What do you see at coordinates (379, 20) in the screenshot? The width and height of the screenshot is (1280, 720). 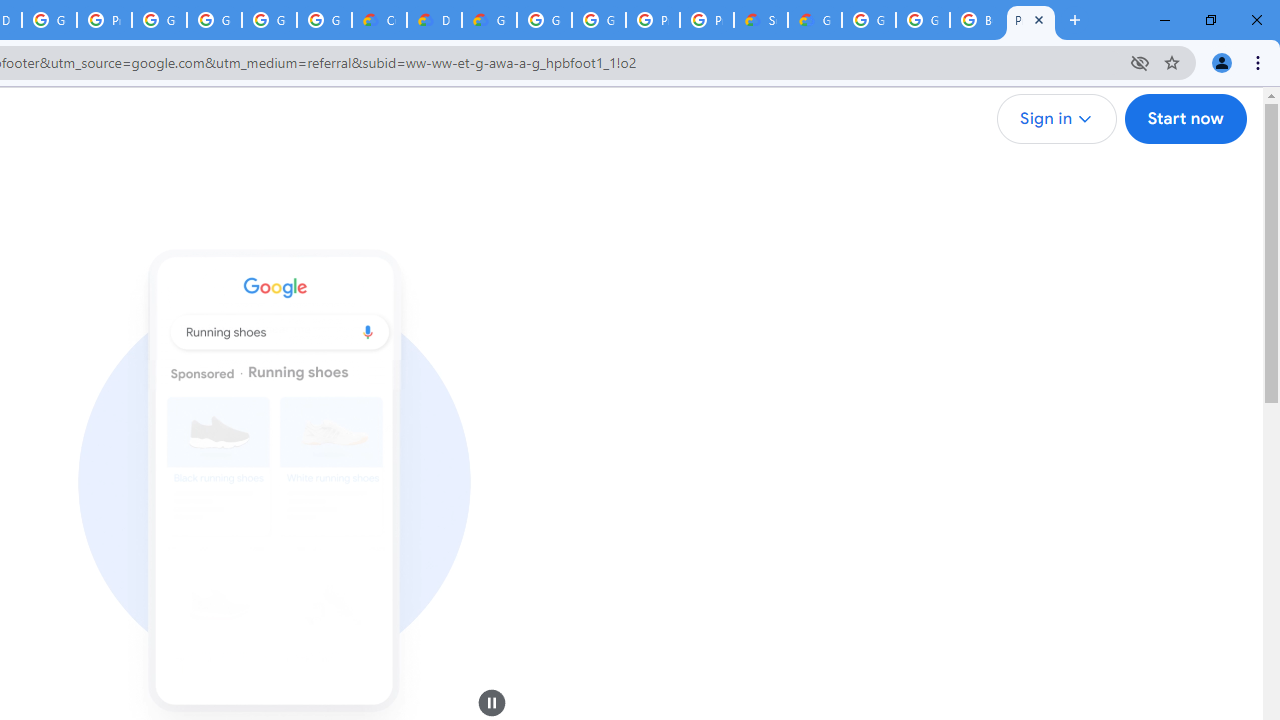 I see `'Customer Care | Google Cloud'` at bounding box center [379, 20].